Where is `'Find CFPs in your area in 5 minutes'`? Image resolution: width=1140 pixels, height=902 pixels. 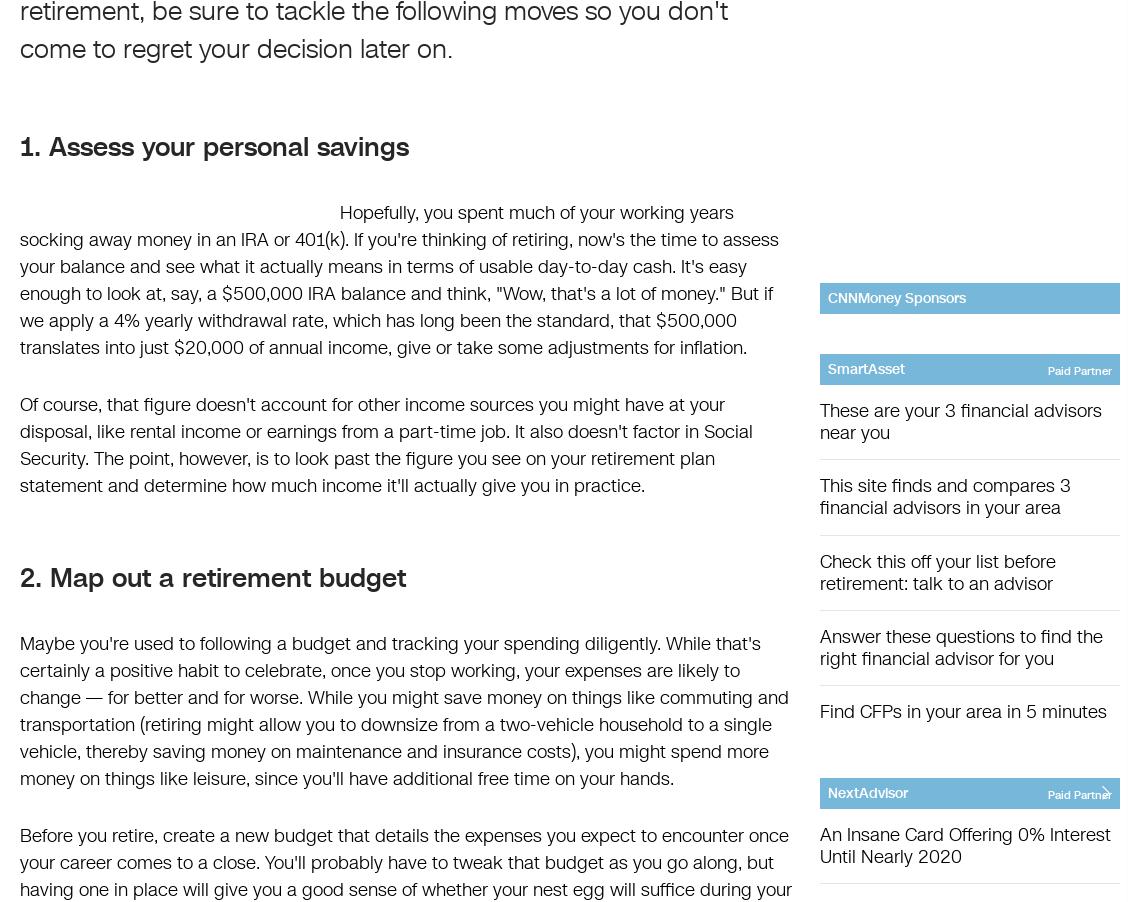
'Find CFPs in your area in 5 minutes' is located at coordinates (962, 712).